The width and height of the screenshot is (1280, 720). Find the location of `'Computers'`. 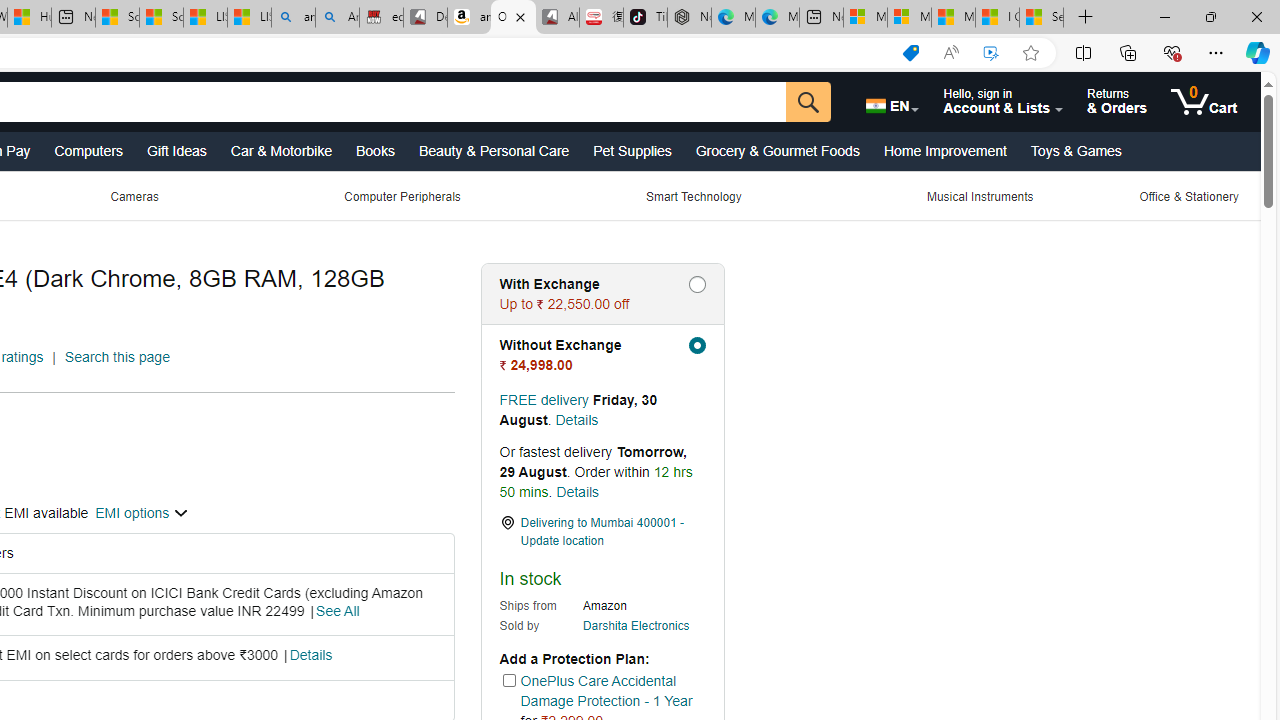

'Computers' is located at coordinates (87, 149).